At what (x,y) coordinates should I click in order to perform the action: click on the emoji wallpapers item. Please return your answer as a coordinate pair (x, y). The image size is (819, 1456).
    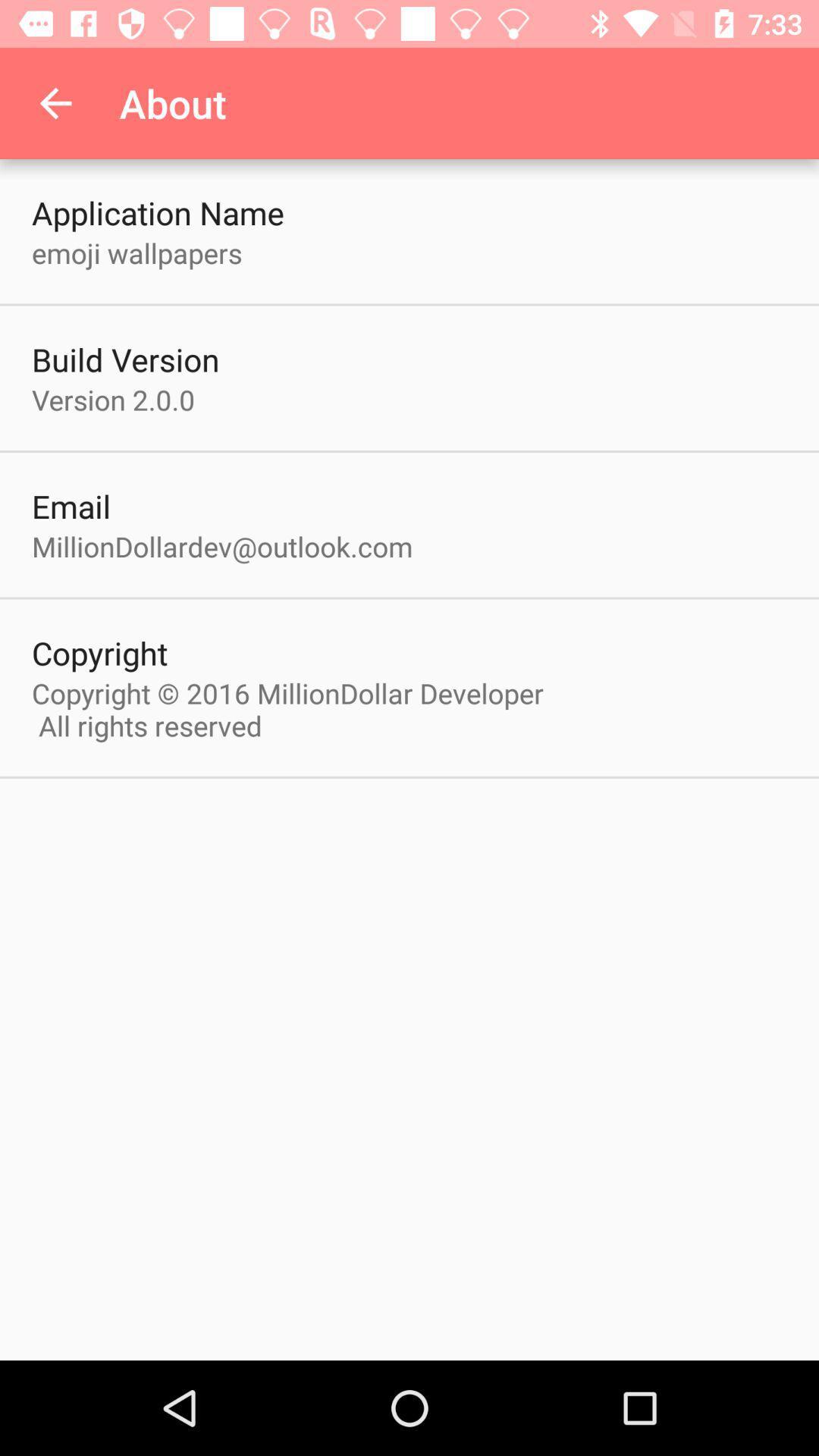
    Looking at the image, I should click on (136, 253).